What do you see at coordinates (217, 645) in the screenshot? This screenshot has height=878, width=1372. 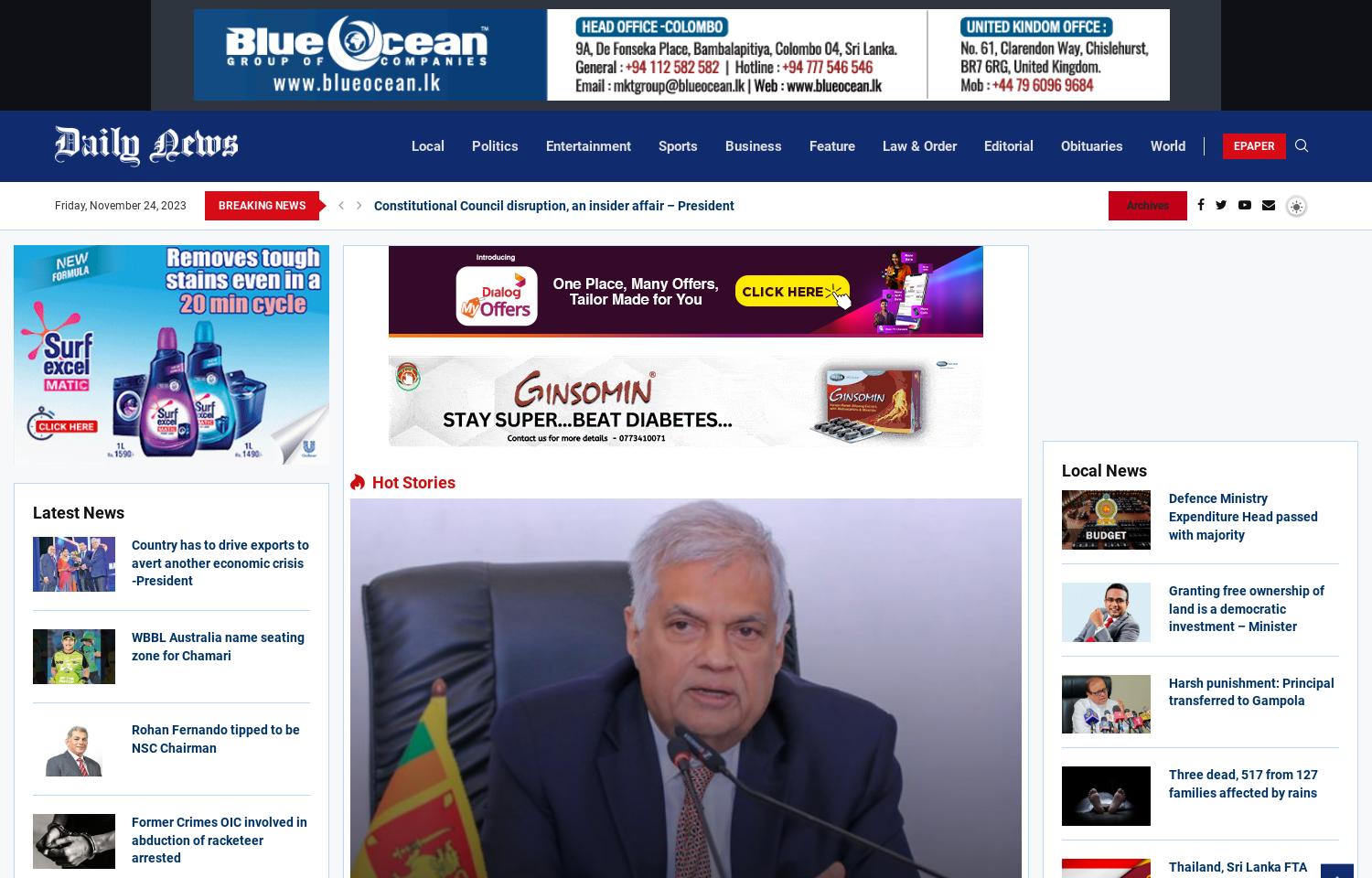 I see `'WBBL Australia name seating zone for Chamari'` at bounding box center [217, 645].